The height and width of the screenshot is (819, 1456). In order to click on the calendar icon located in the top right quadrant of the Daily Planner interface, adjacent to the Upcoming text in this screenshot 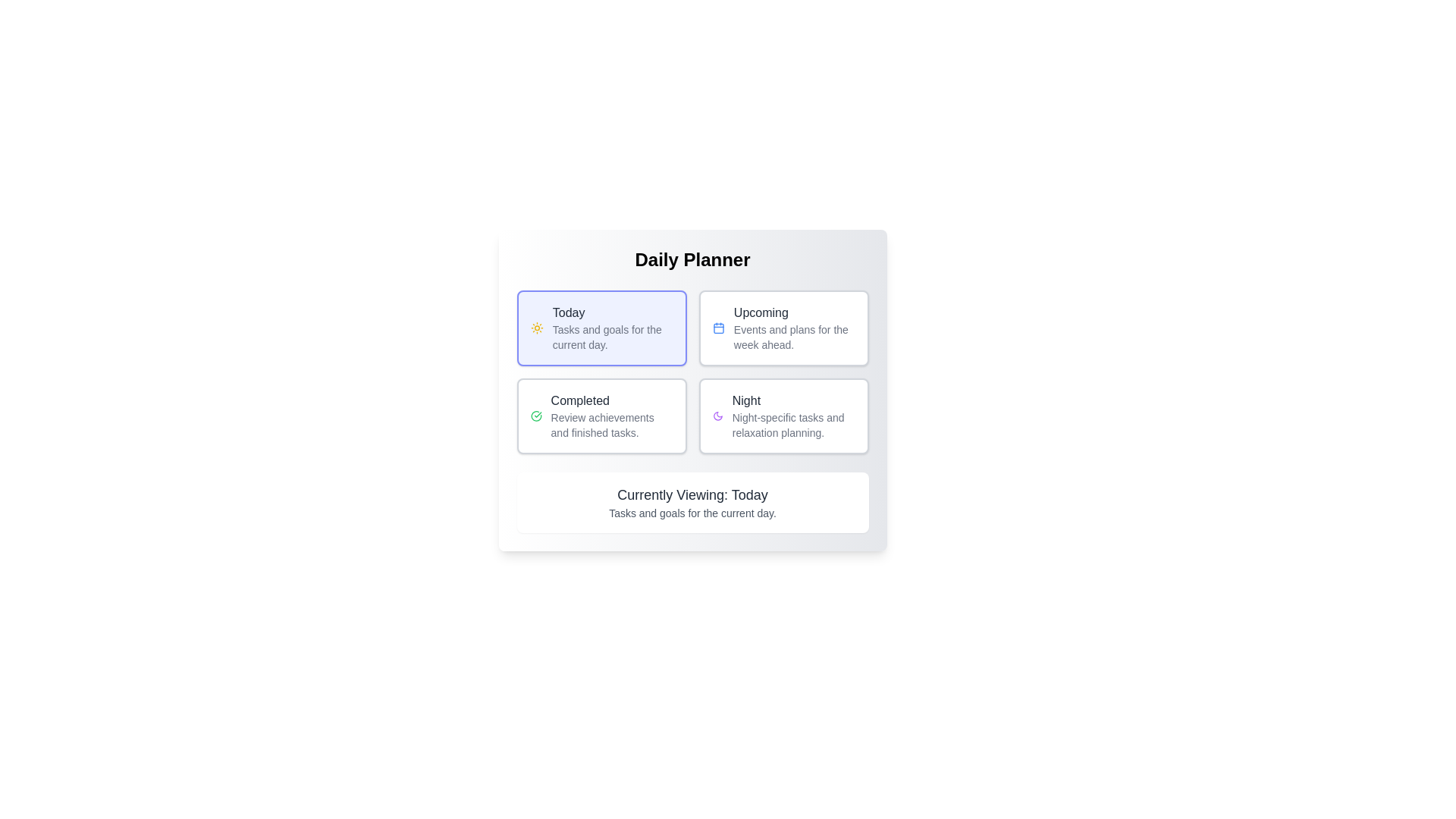, I will do `click(717, 327)`.